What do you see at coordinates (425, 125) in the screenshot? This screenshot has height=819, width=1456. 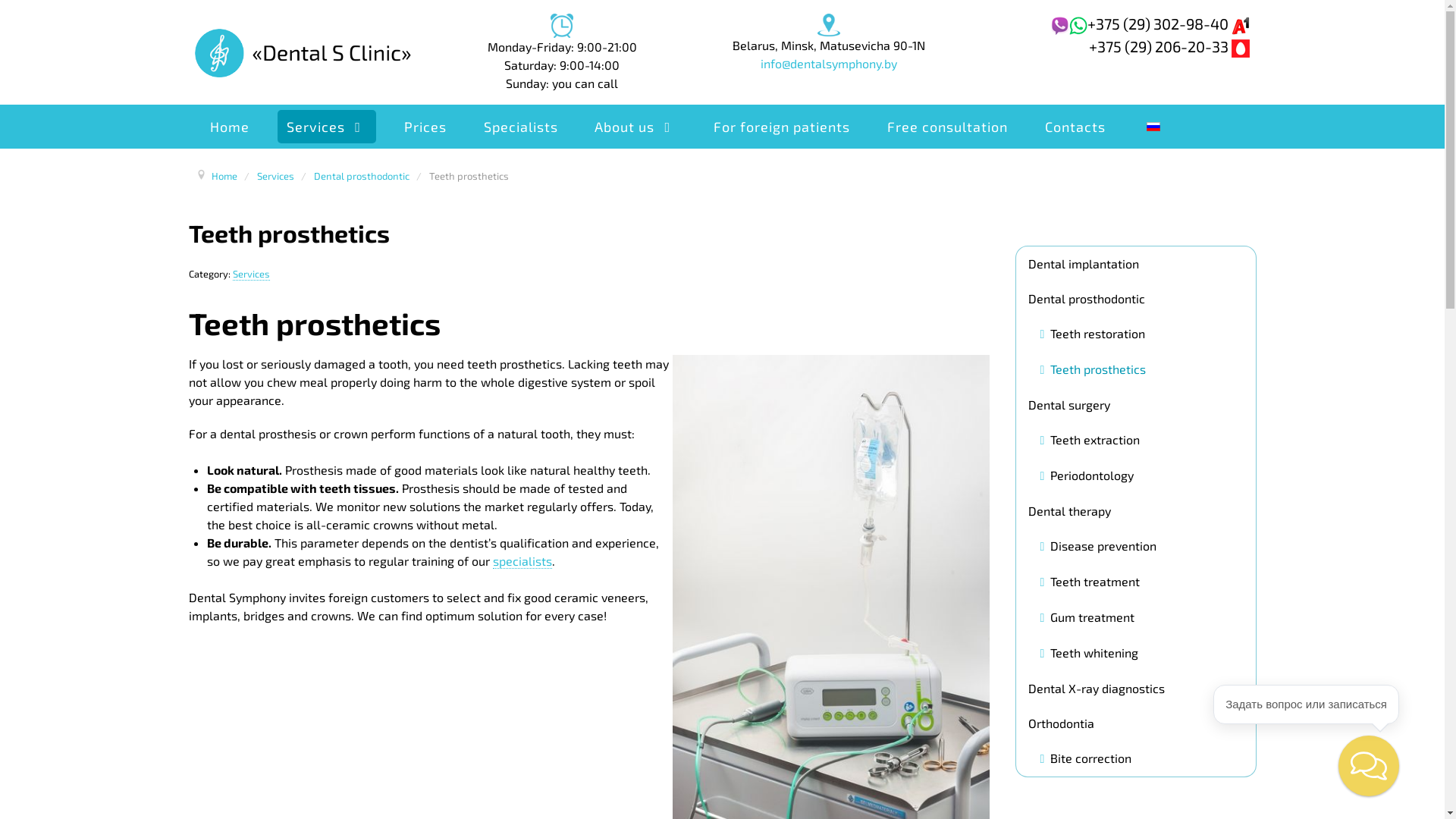 I see `'Prices'` at bounding box center [425, 125].